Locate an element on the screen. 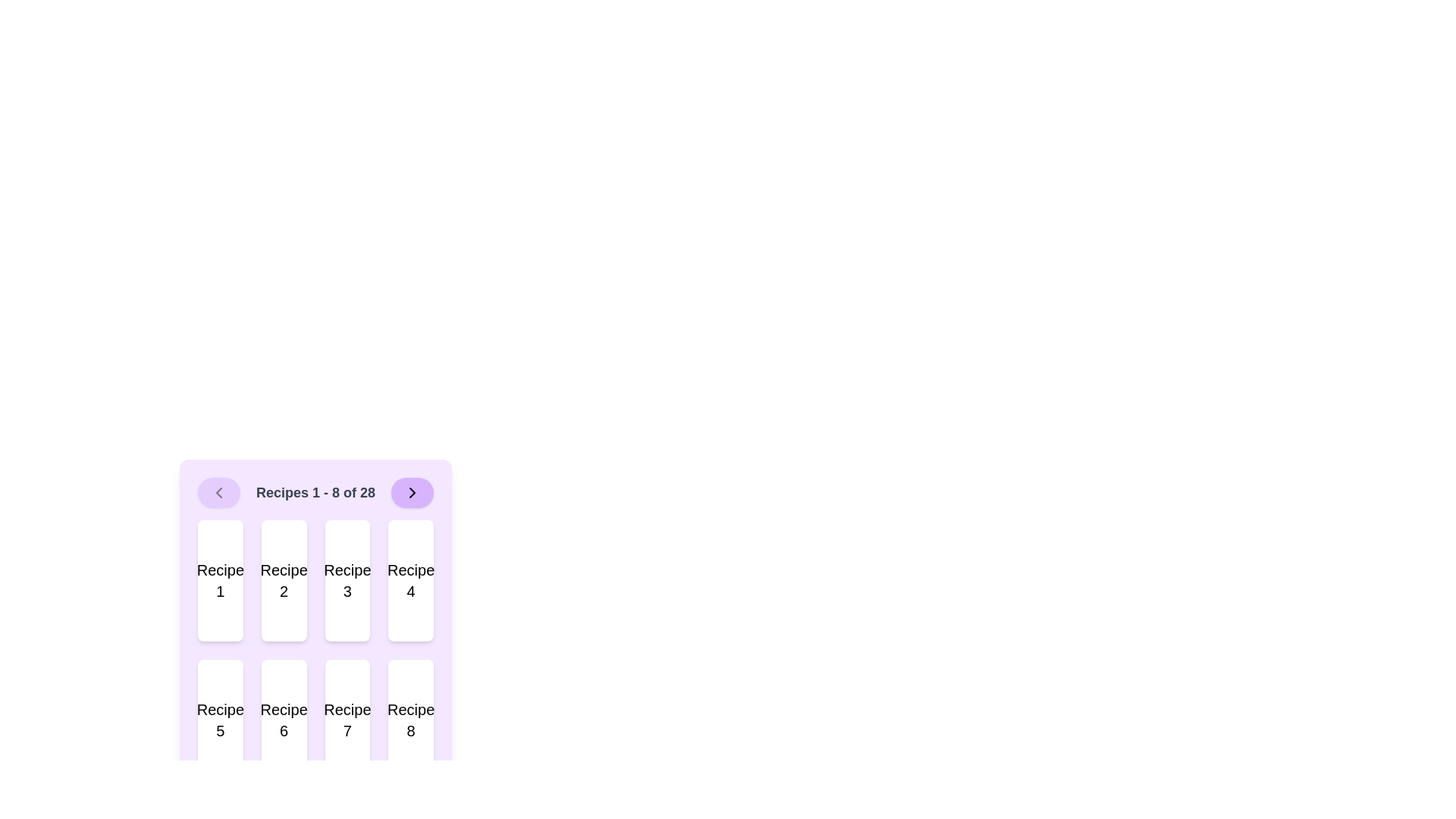  the Card element for 'Recipe 1' located in the top-left corner of the grid is located at coordinates (219, 580).